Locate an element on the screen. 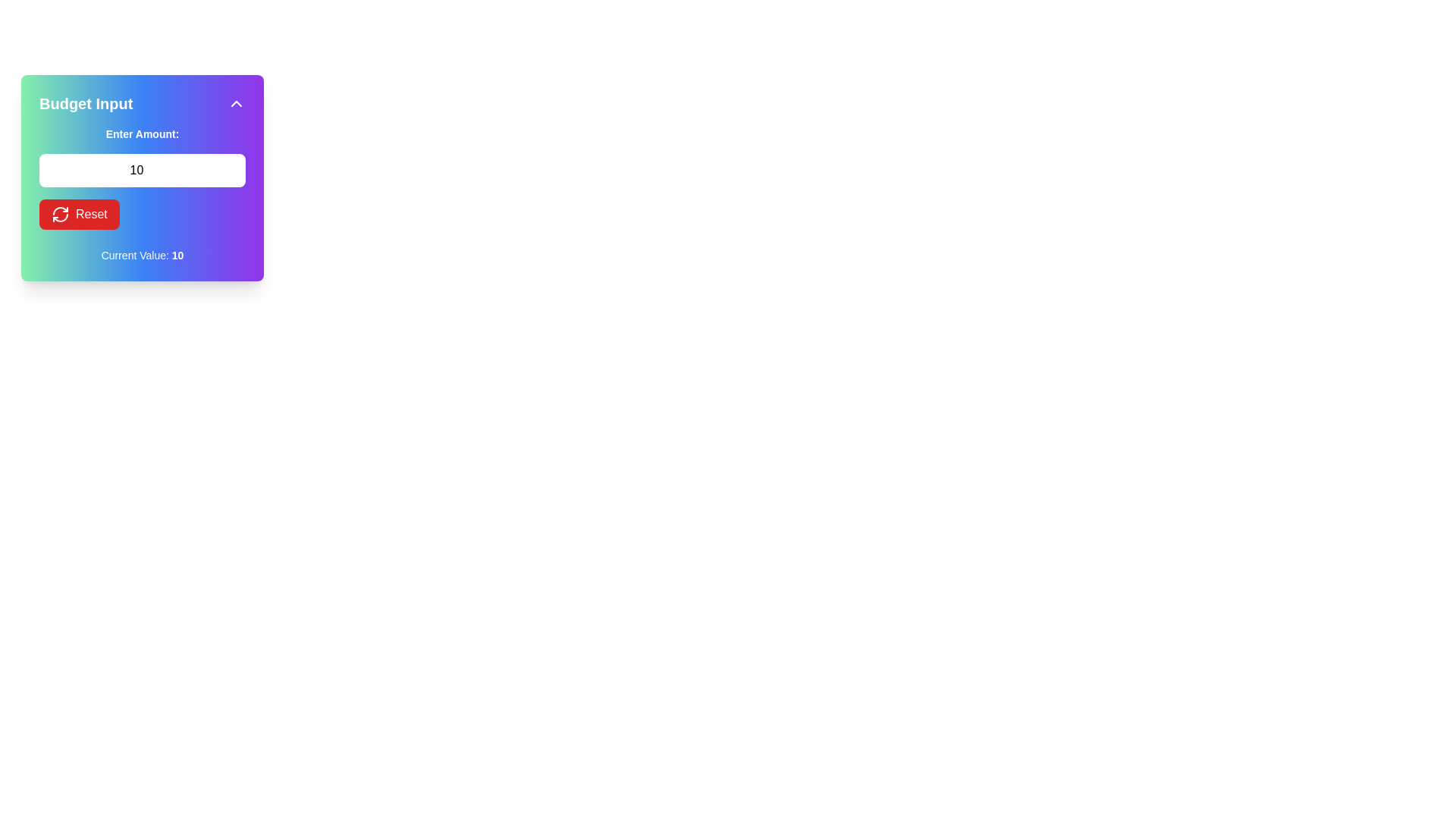 This screenshot has height=819, width=1456. the decorative icon located inside the red 'Reset' button, which visually represents the action of resetting or refreshing is located at coordinates (61, 214).